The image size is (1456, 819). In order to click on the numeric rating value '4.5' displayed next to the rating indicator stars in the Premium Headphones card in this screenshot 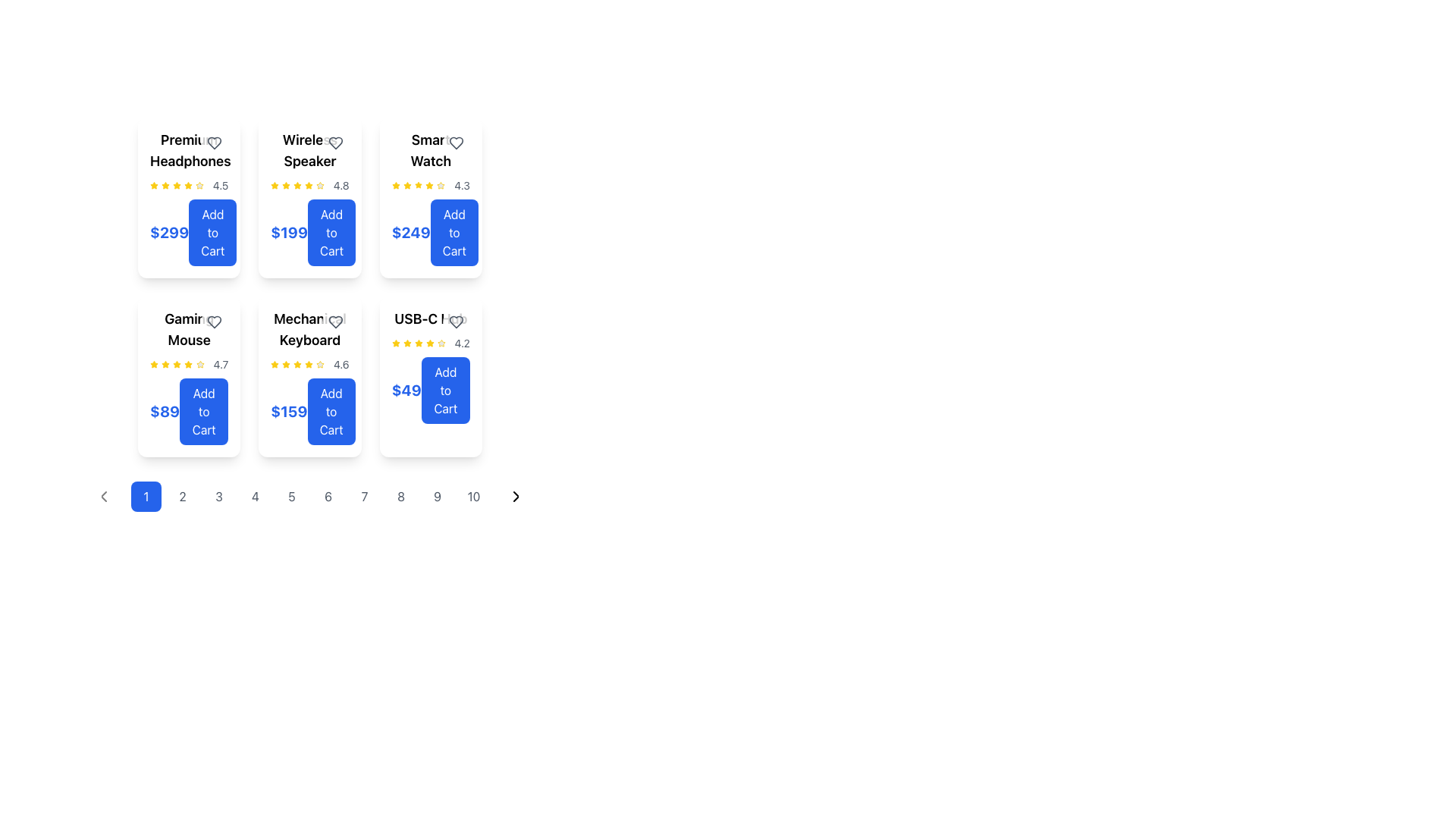, I will do `click(188, 185)`.